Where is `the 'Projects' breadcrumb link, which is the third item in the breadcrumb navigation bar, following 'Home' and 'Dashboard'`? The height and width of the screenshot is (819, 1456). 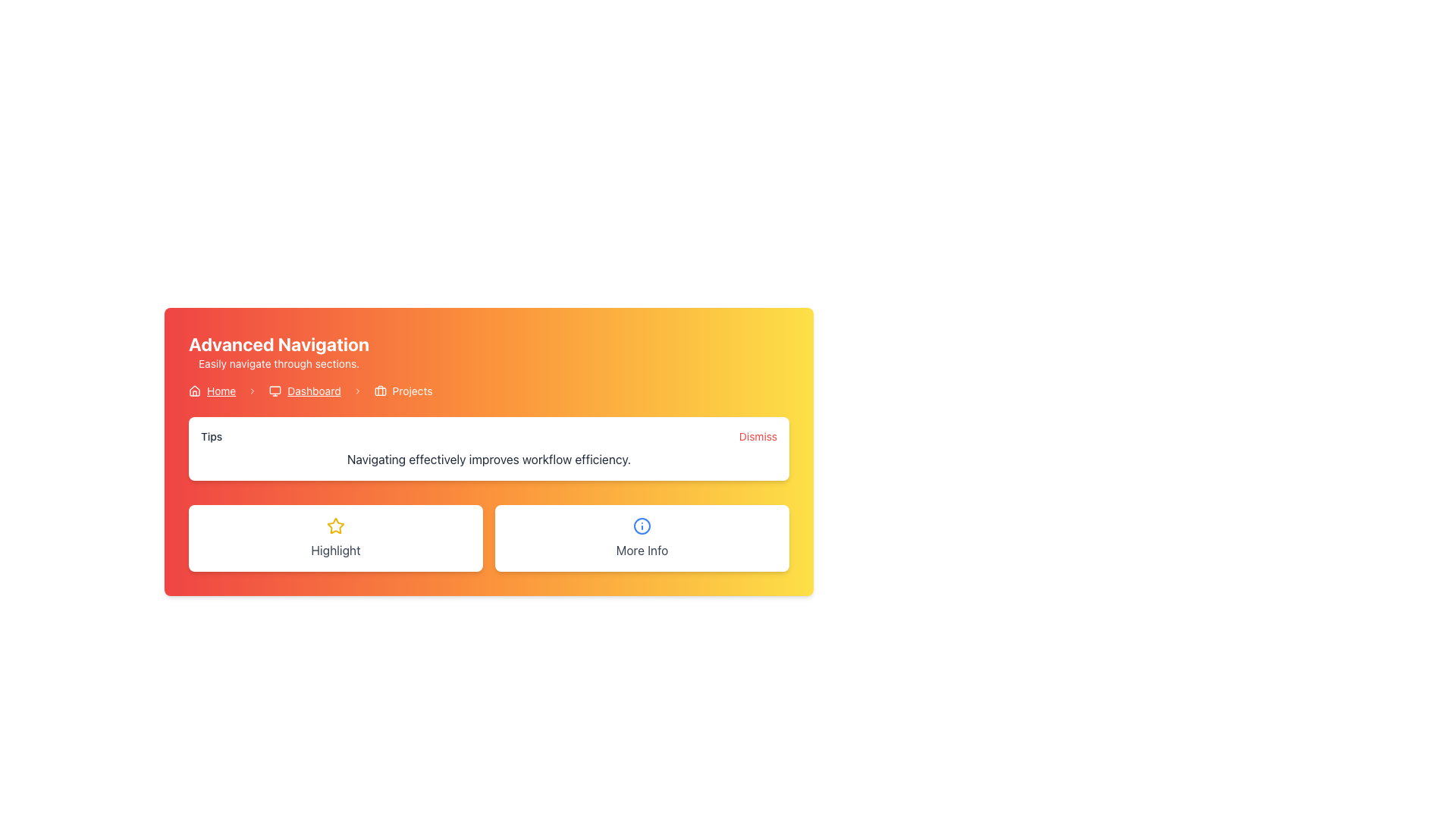 the 'Projects' breadcrumb link, which is the third item in the breadcrumb navigation bar, following 'Home' and 'Dashboard' is located at coordinates (403, 391).